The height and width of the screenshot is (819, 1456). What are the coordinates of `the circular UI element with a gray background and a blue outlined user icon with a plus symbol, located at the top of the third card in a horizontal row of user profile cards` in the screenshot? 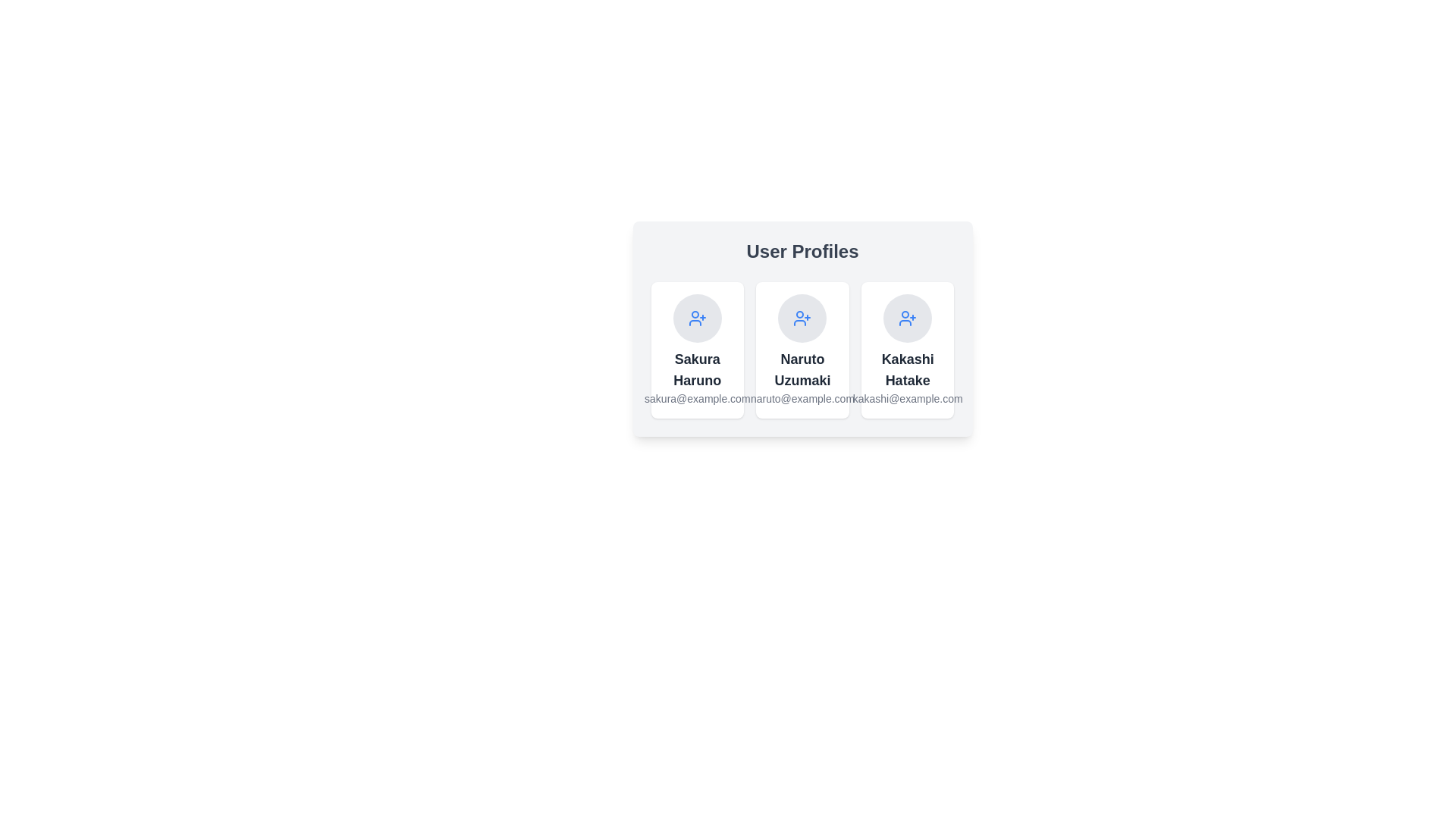 It's located at (908, 318).